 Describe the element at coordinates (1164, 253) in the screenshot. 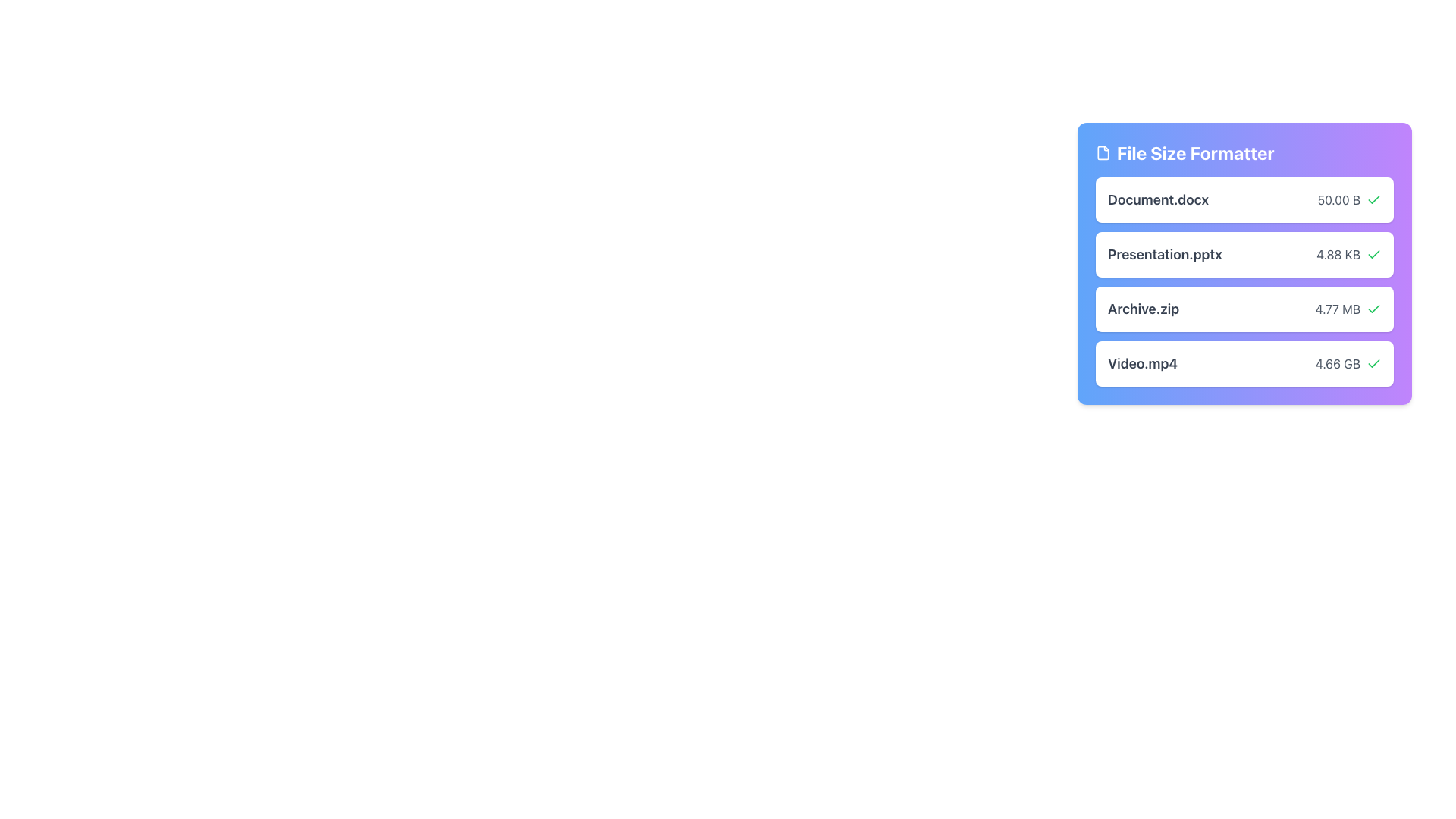

I see `text content of the filename label located in the second card of a vertically stacked list of four cards, positioned near the top of the card` at that location.